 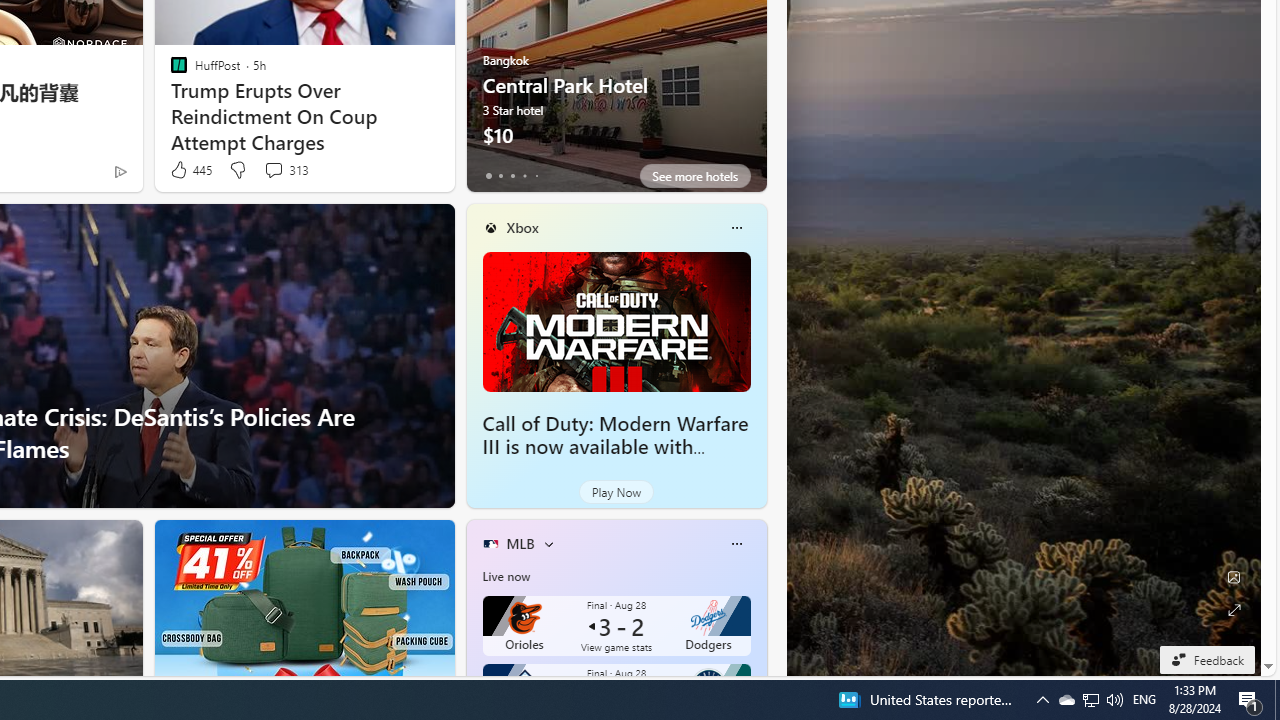 What do you see at coordinates (1232, 609) in the screenshot?
I see `'Expand background'` at bounding box center [1232, 609].